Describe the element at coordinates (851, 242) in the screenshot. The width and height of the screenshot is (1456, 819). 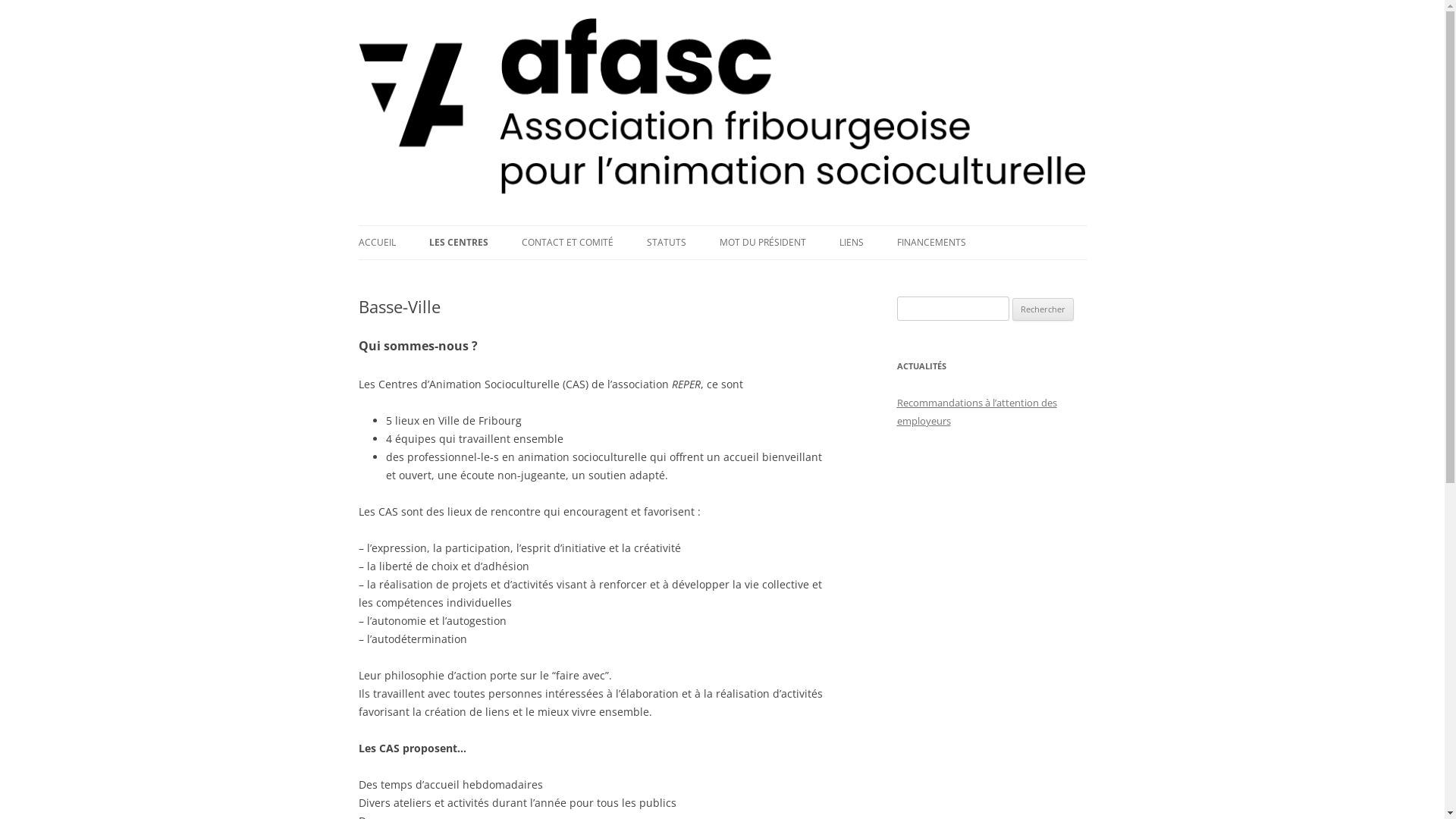
I see `'LIENS'` at that location.